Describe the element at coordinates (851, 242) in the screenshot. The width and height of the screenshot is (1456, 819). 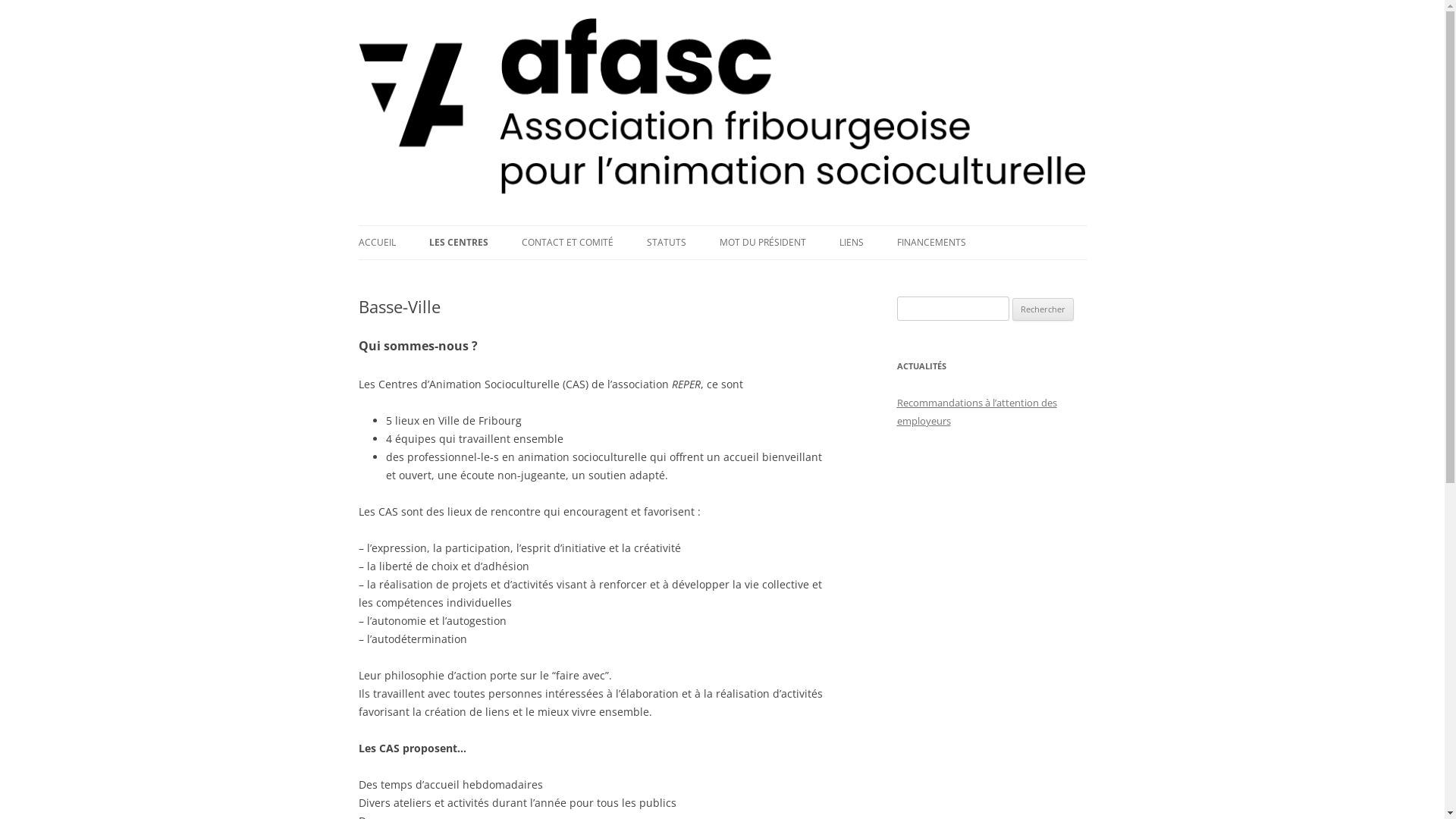
I see `'LIENS'` at that location.